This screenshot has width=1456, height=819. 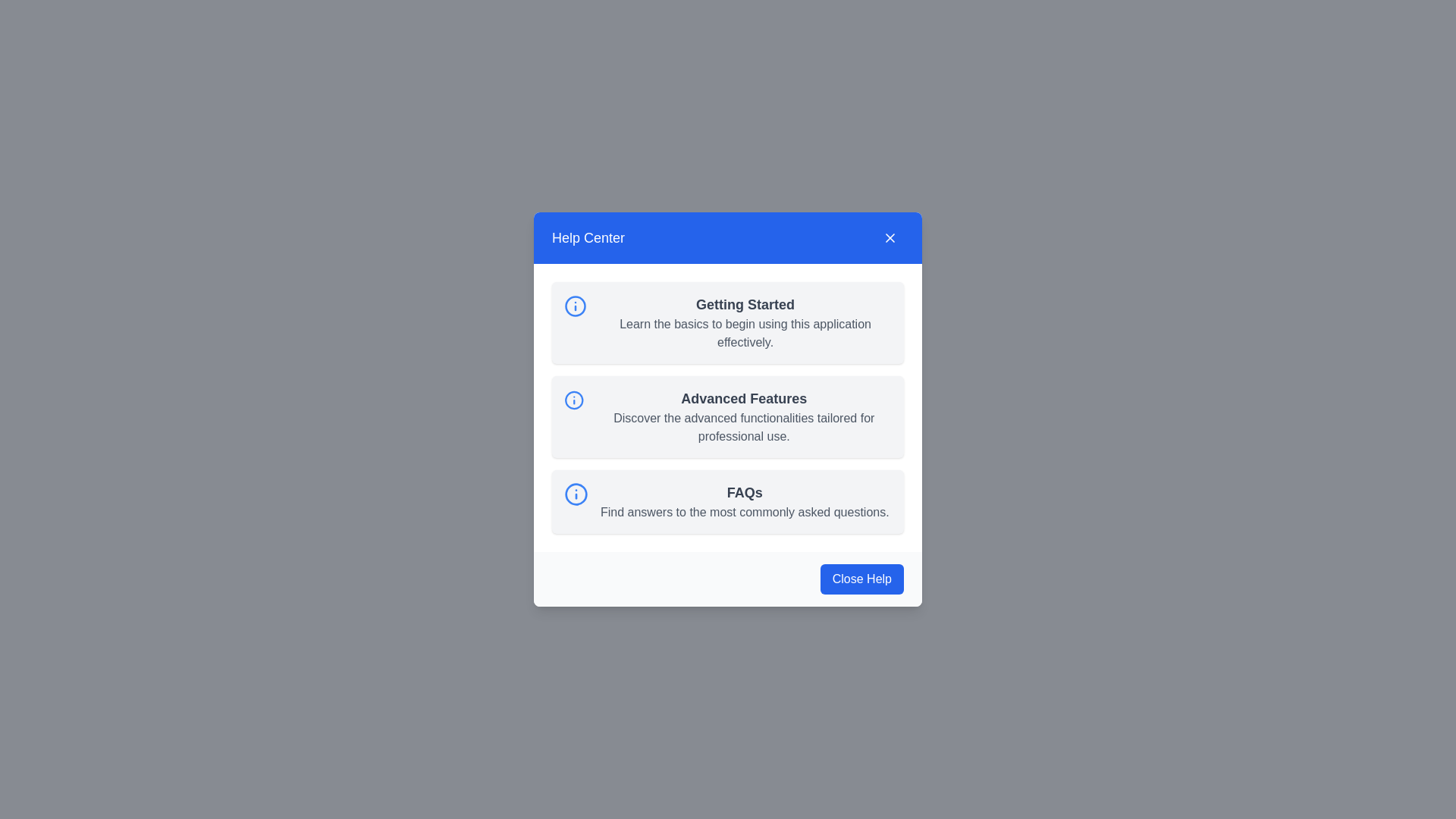 I want to click on the 'Getting Started' text label, which is bold and prominently displayed at the top of the Help Center dialog box, so click(x=745, y=304).